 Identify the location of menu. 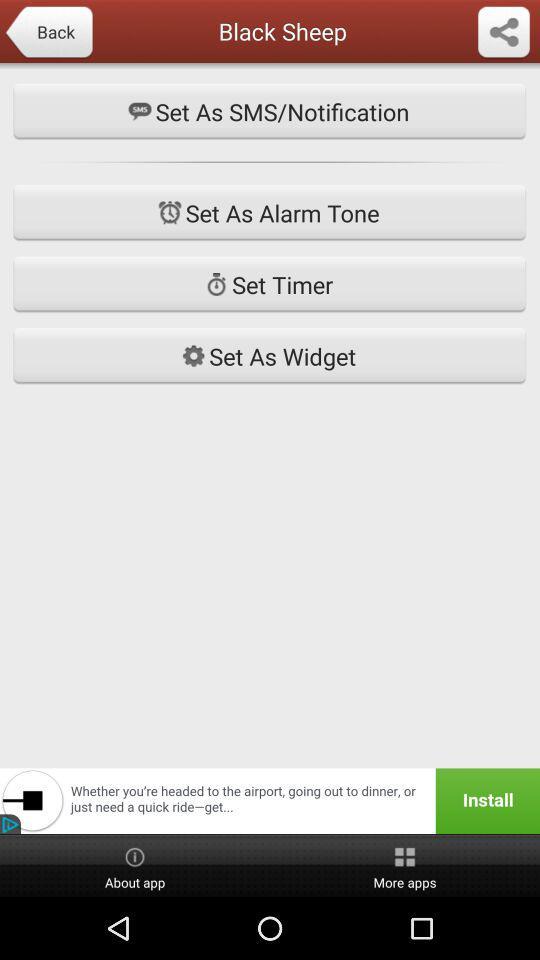
(502, 32).